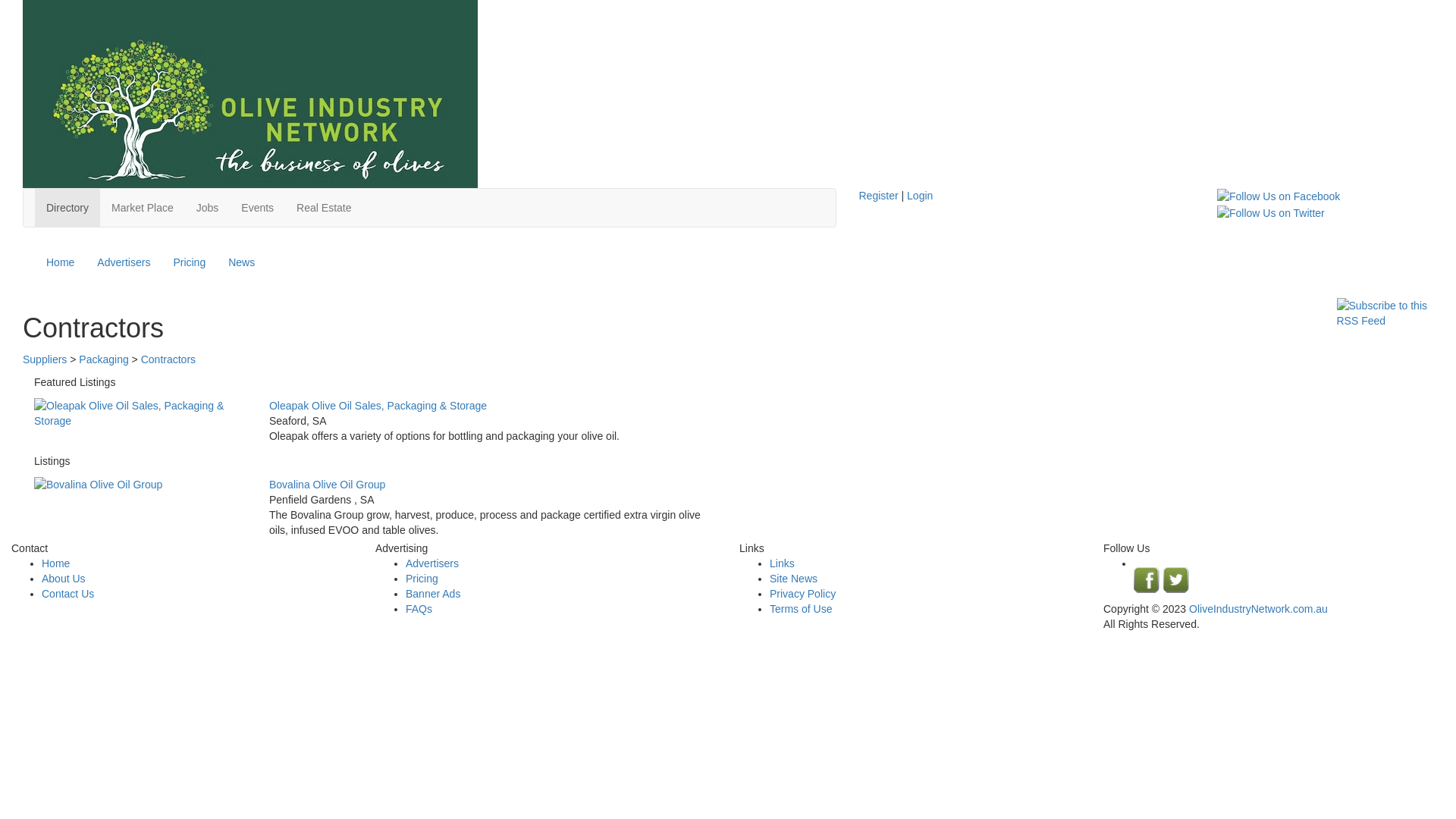 The image size is (1456, 819). Describe the element at coordinates (188, 262) in the screenshot. I see `'Pricing'` at that location.